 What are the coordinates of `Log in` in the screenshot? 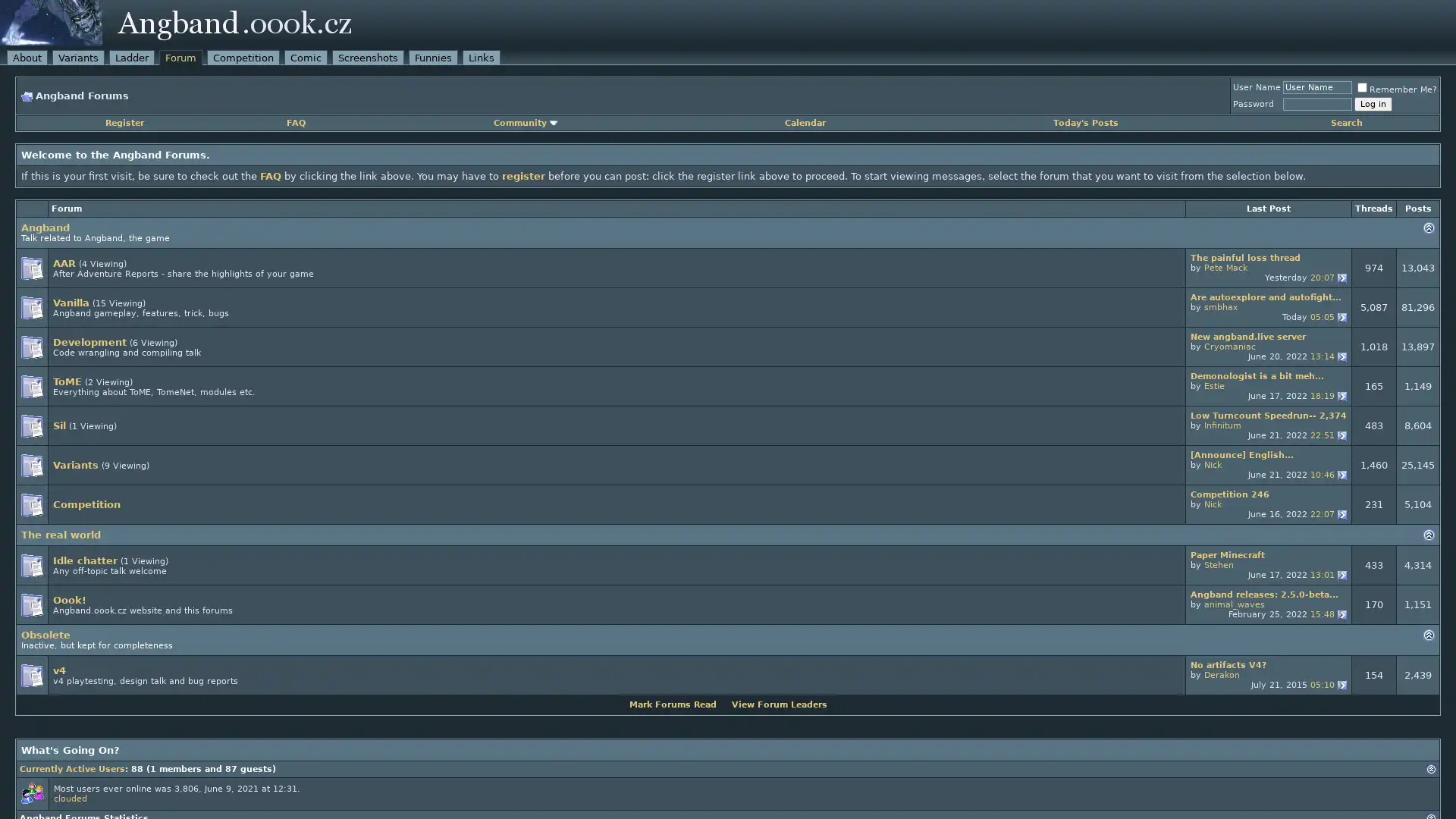 It's located at (1373, 103).